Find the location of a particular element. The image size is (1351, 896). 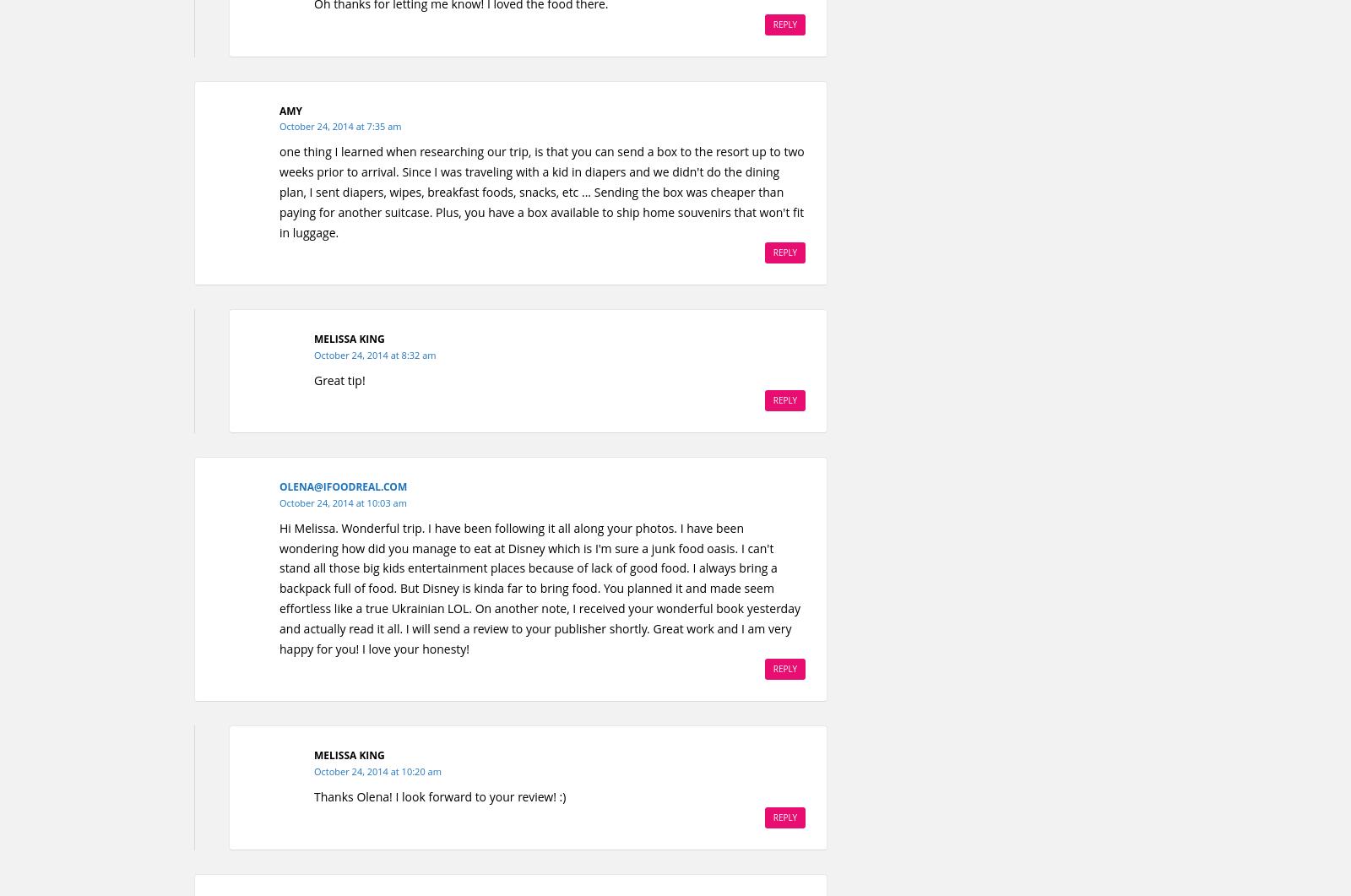

'October 24, 2014 at 10:03 am' is located at coordinates (341, 501).